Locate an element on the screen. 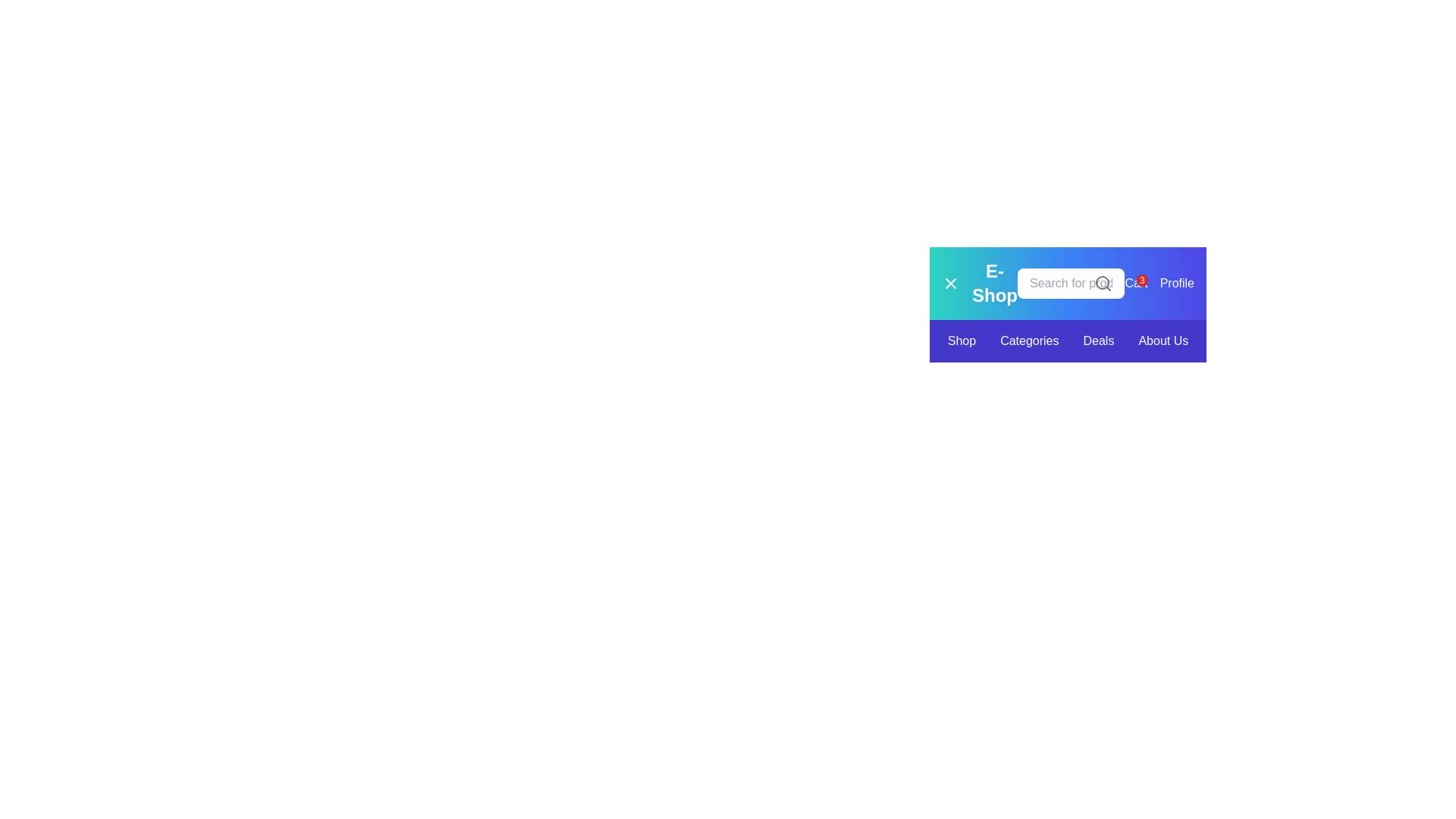 The width and height of the screenshot is (1456, 819). an element within the Navigation bar located at the top-right section of the interface, which has a gradient background transitioning from teal is located at coordinates (1067, 284).